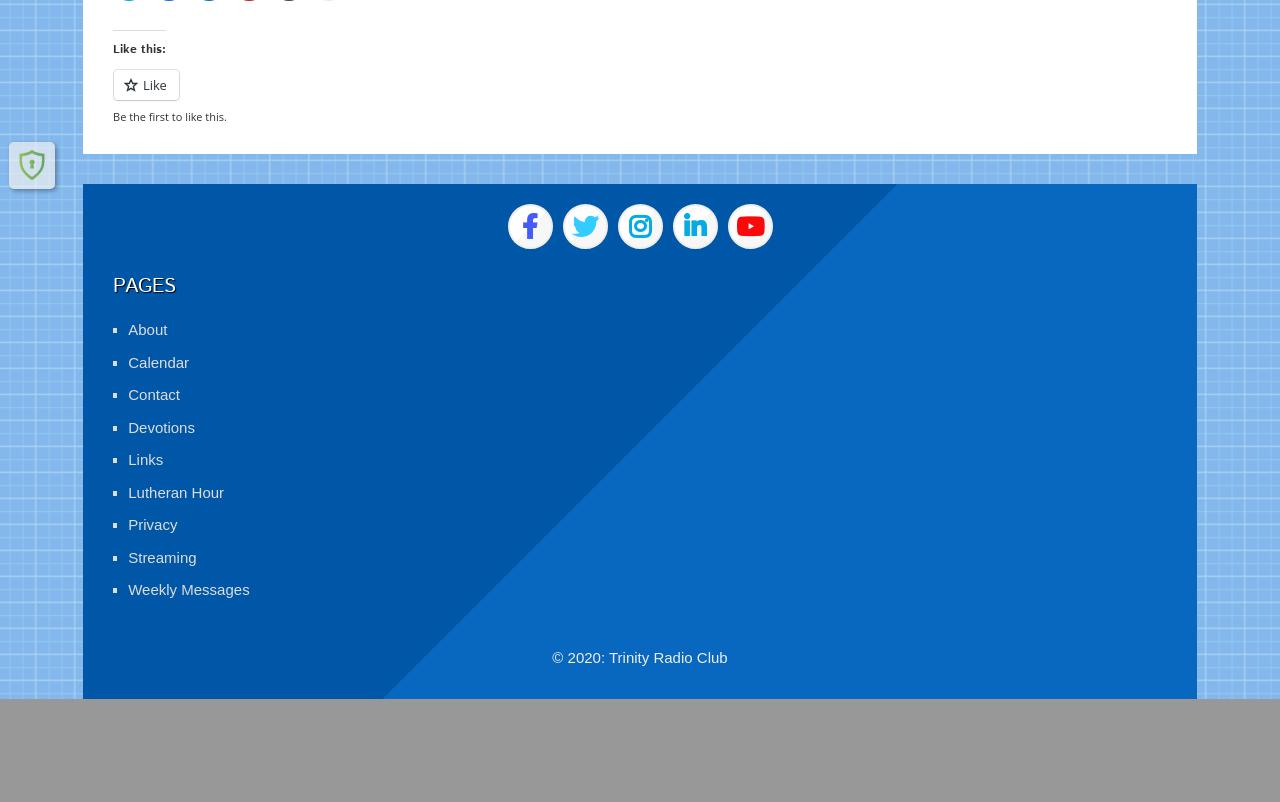 Image resolution: width=1280 pixels, height=802 pixels. What do you see at coordinates (162, 533) in the screenshot?
I see `'Streaming'` at bounding box center [162, 533].